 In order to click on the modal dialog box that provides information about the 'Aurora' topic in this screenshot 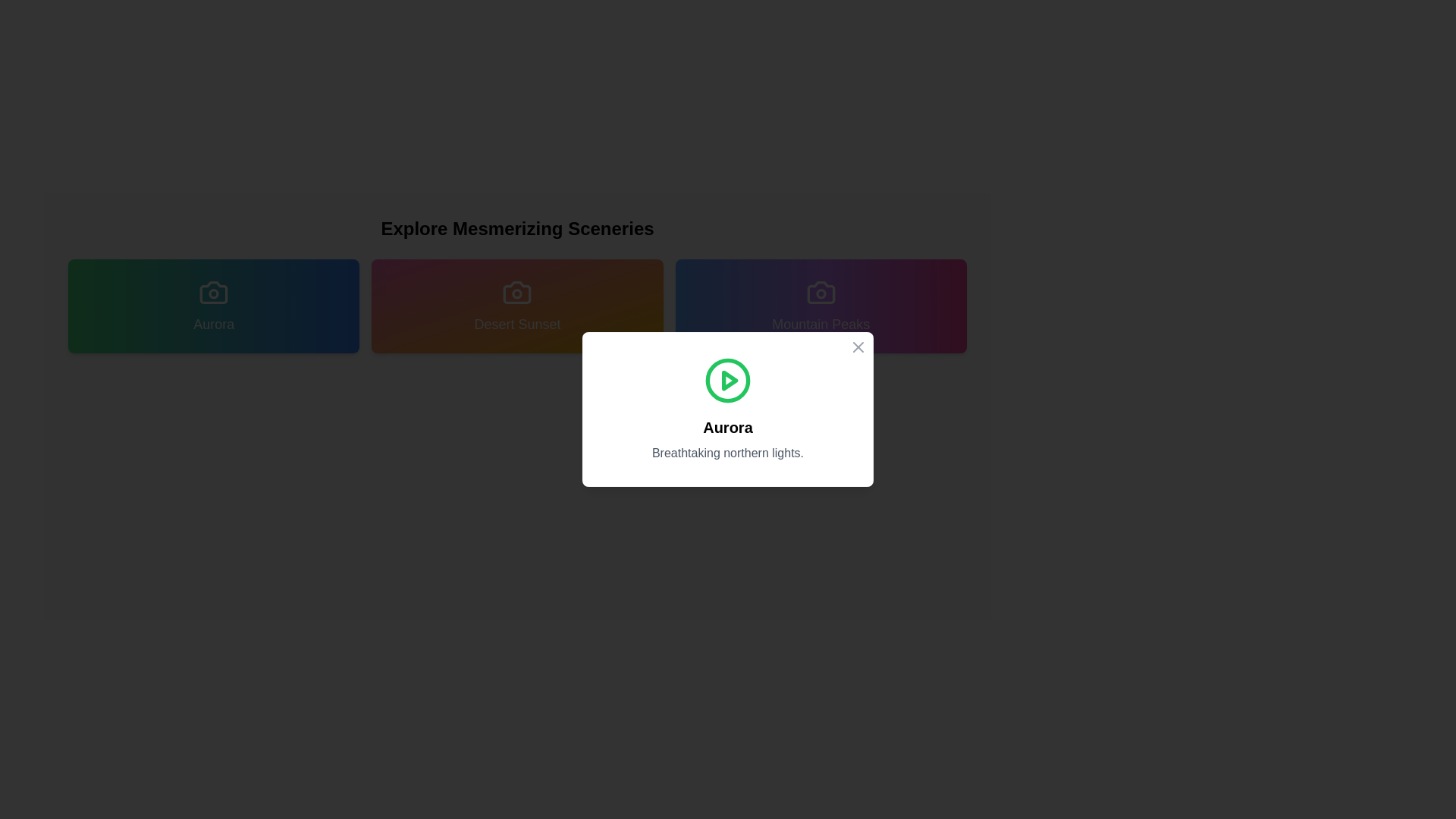, I will do `click(728, 409)`.